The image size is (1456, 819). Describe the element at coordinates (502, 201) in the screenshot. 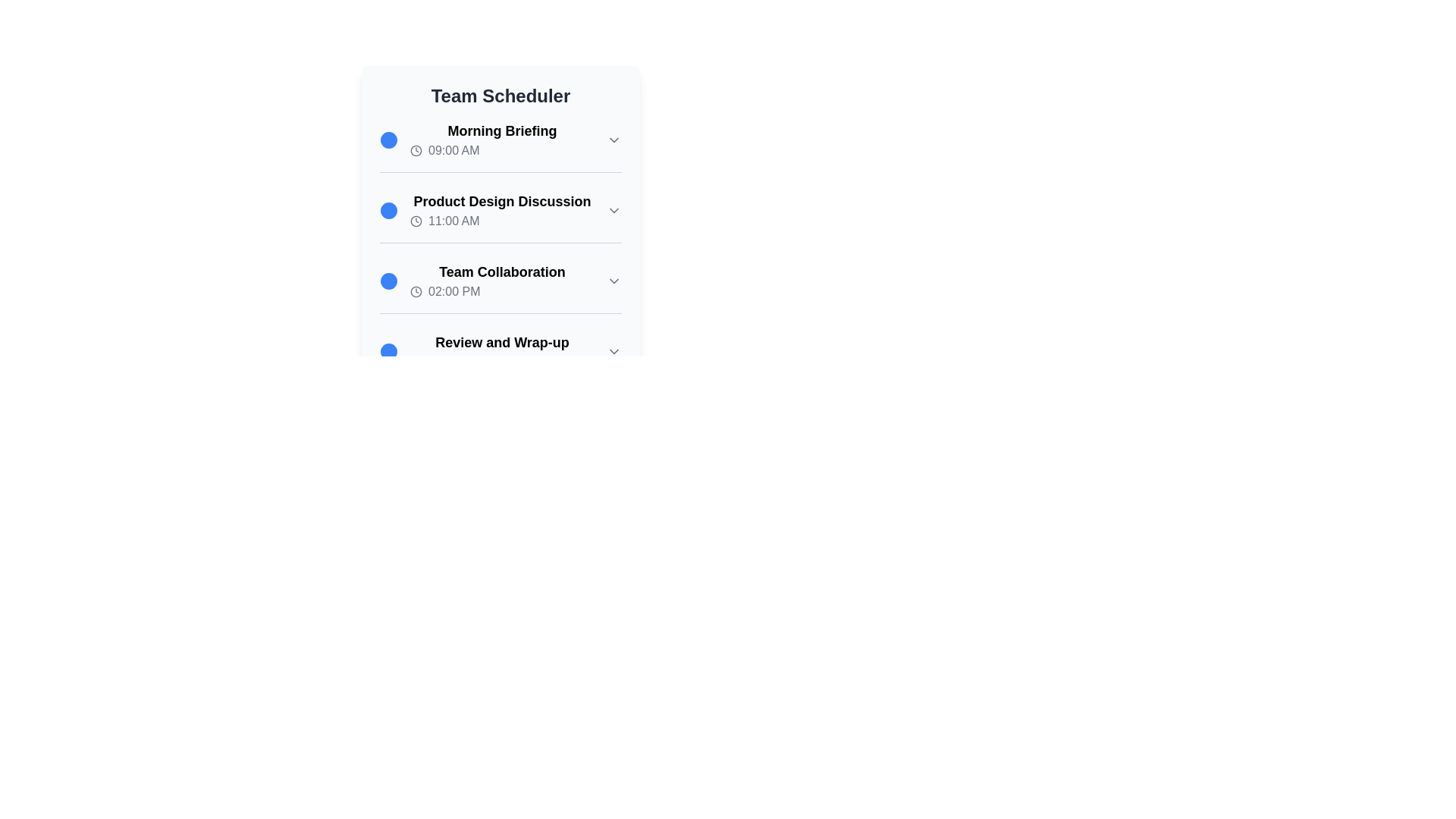

I see `text content of the heading Text Label that serves as the title for the 'Product Design Discussion' event, positioned above the '11:00 AM' text and to the right of a blue dot icon` at that location.